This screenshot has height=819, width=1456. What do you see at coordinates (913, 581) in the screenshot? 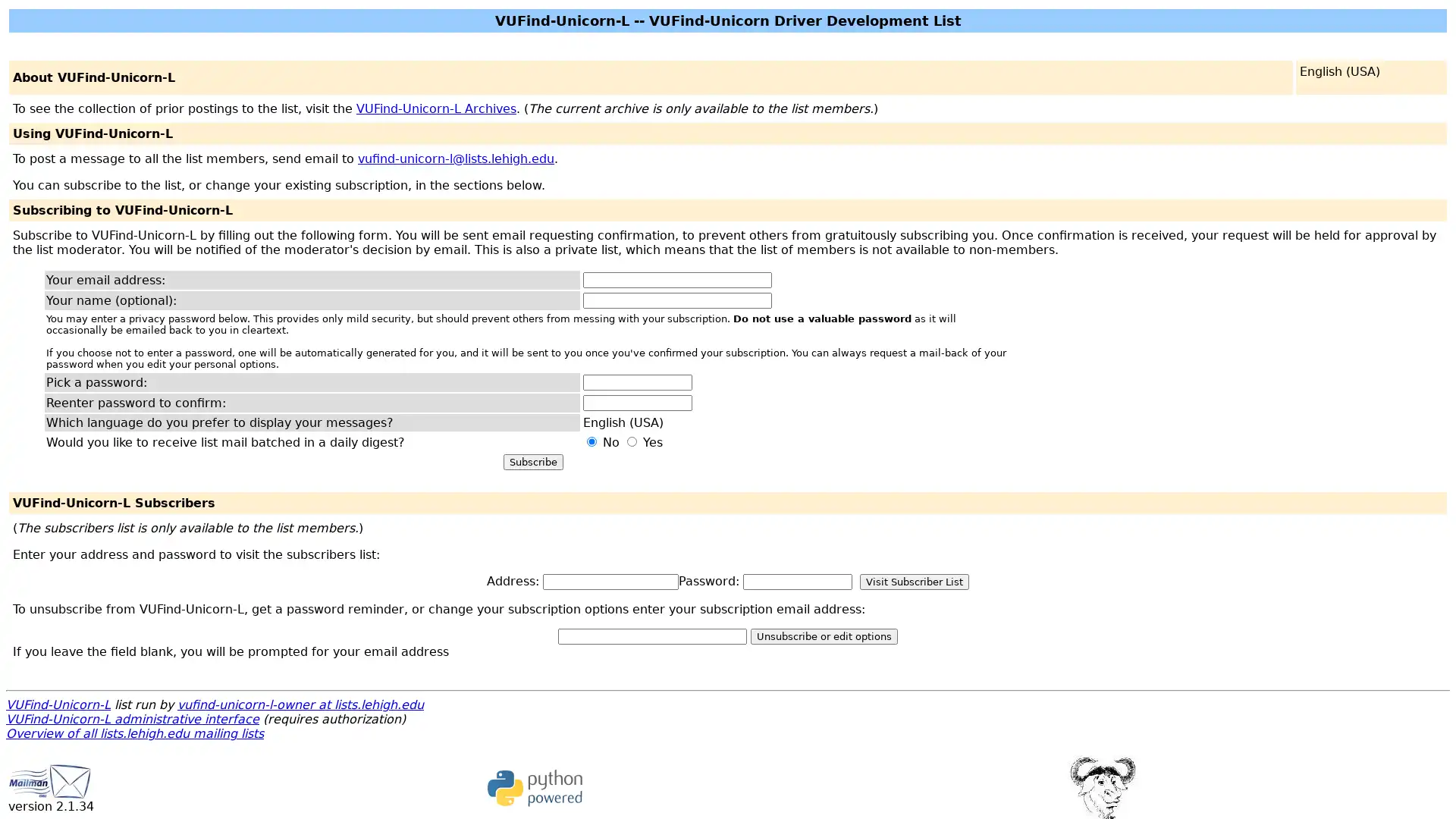
I see `Visit Subscriber List` at bounding box center [913, 581].